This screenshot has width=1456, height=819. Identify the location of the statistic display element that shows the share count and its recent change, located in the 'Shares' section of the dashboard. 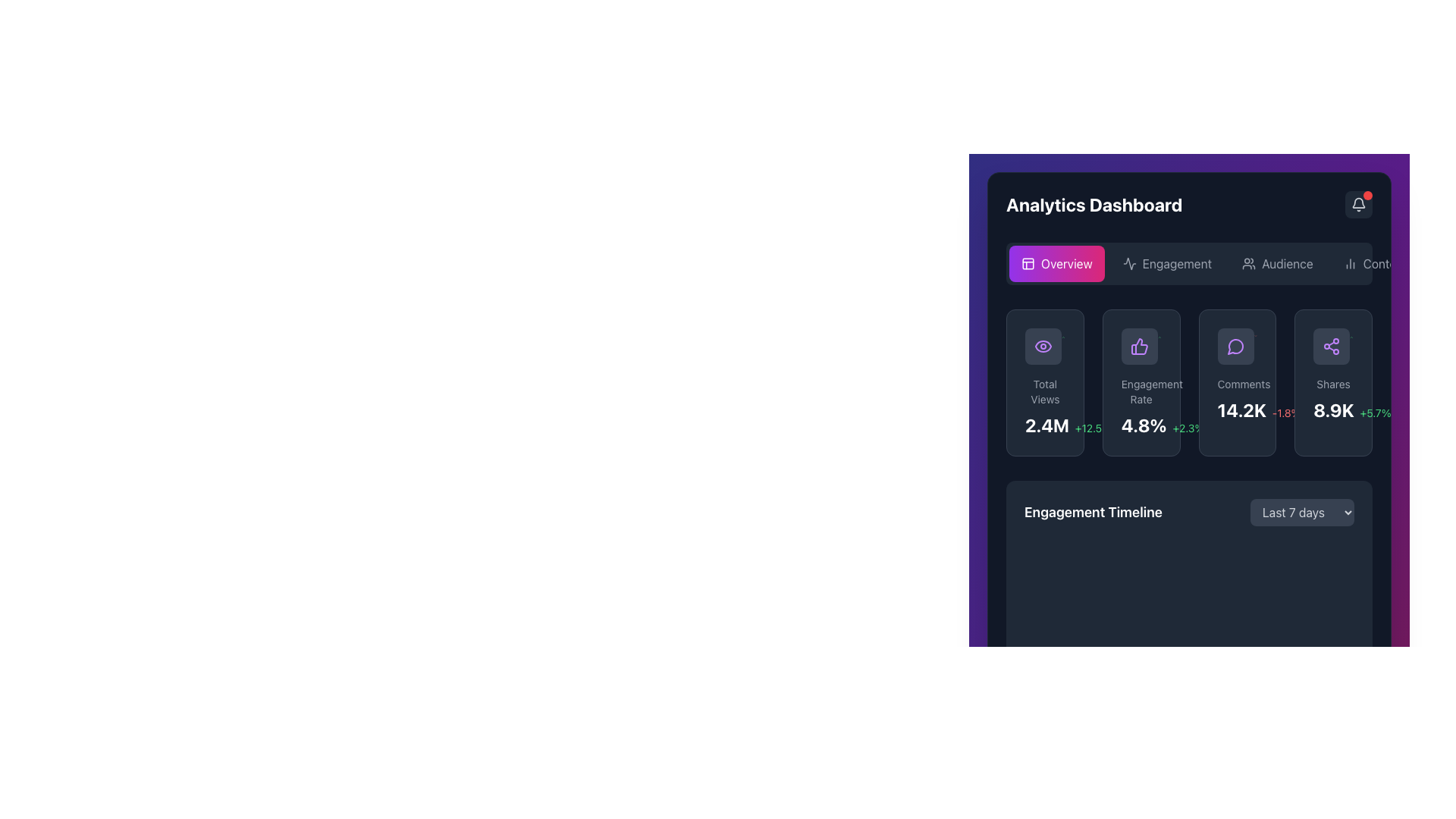
(1332, 409).